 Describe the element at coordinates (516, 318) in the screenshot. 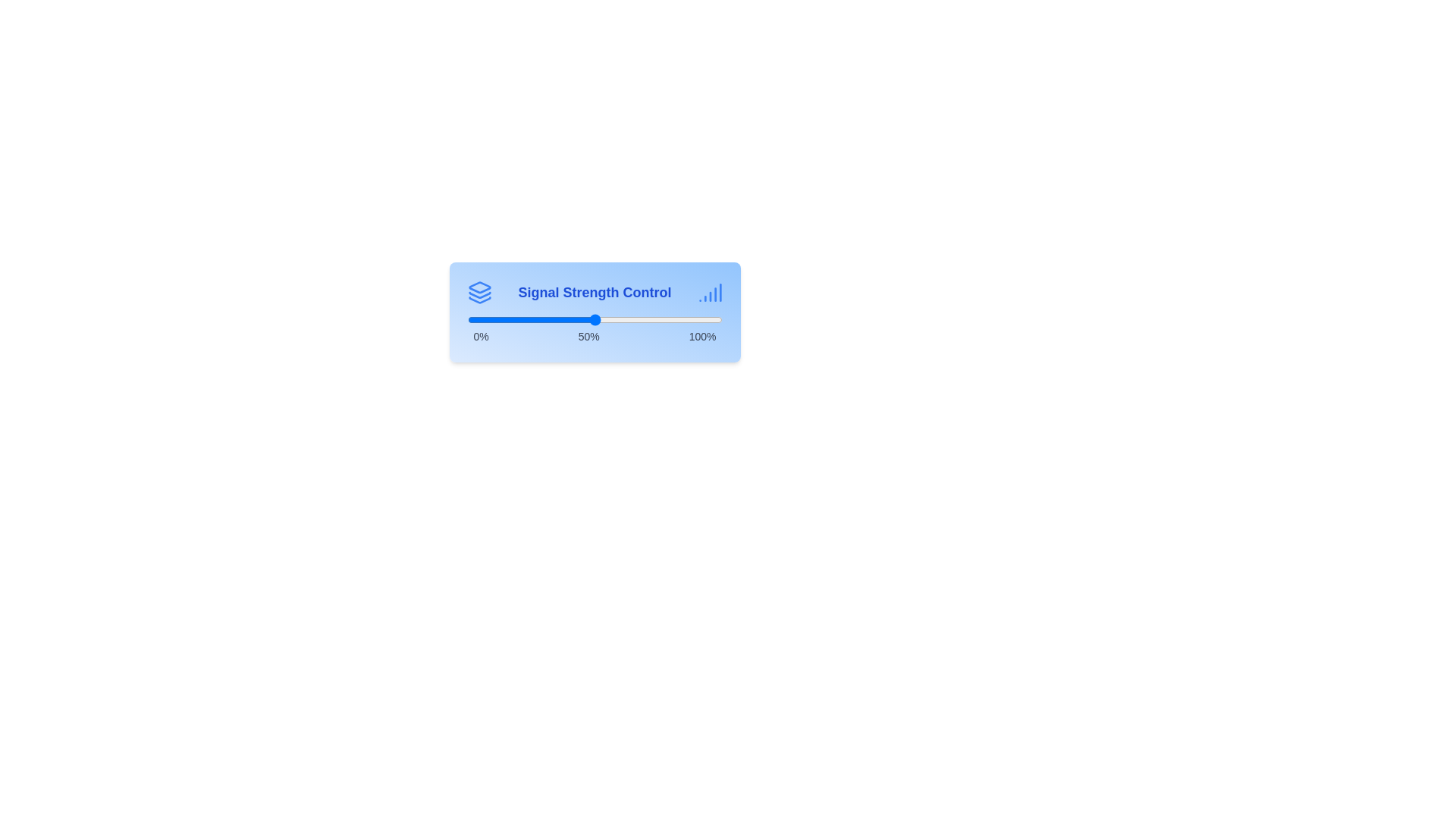

I see `the signal strength slider to 19% and observe the updated value` at that location.